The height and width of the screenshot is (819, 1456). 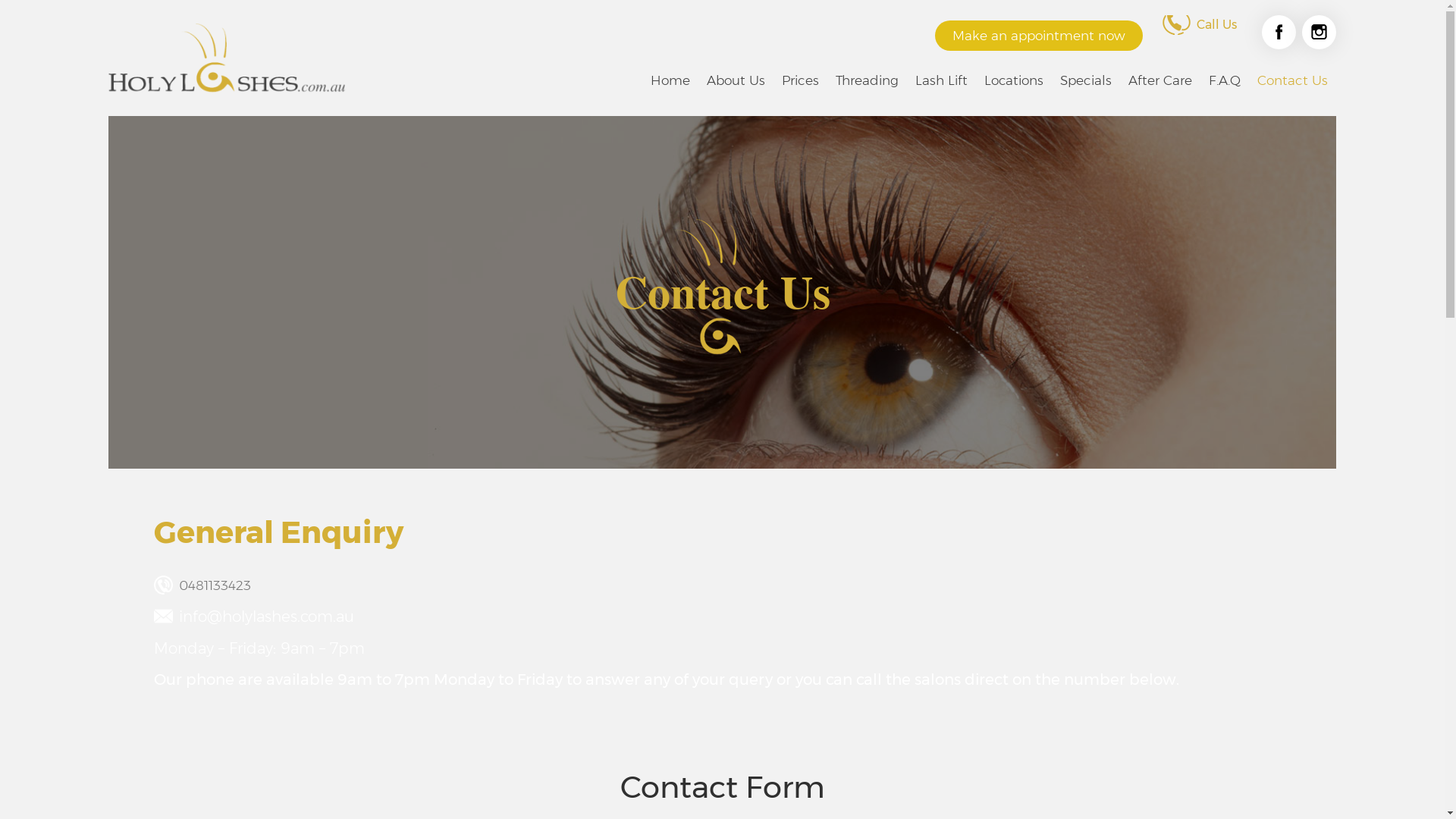 I want to click on 'F.A.Q', so click(x=1224, y=80).